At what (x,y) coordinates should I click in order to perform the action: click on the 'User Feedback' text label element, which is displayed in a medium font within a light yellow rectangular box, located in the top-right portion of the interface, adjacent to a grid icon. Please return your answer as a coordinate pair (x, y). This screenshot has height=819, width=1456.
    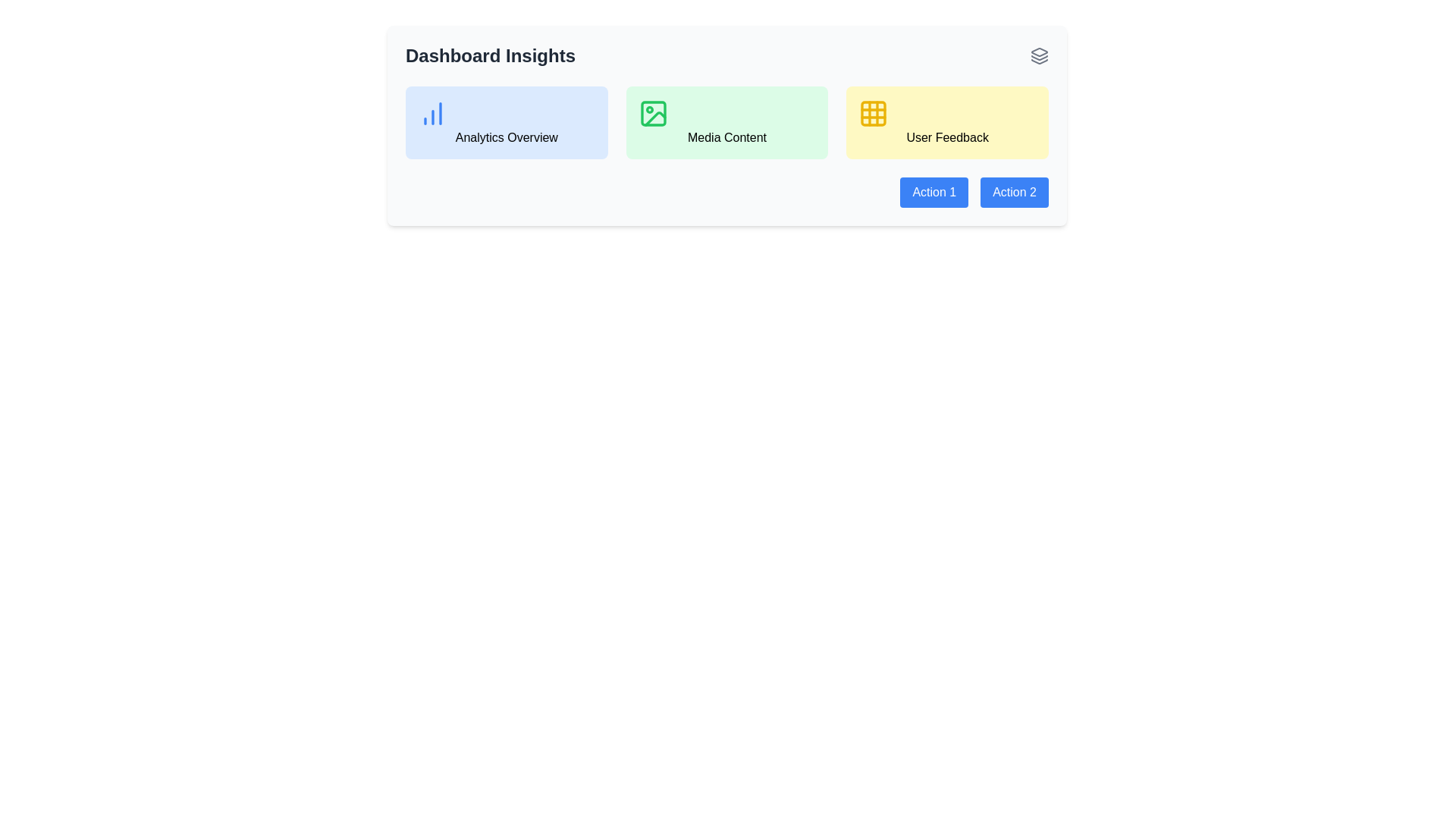
    Looking at the image, I should click on (946, 137).